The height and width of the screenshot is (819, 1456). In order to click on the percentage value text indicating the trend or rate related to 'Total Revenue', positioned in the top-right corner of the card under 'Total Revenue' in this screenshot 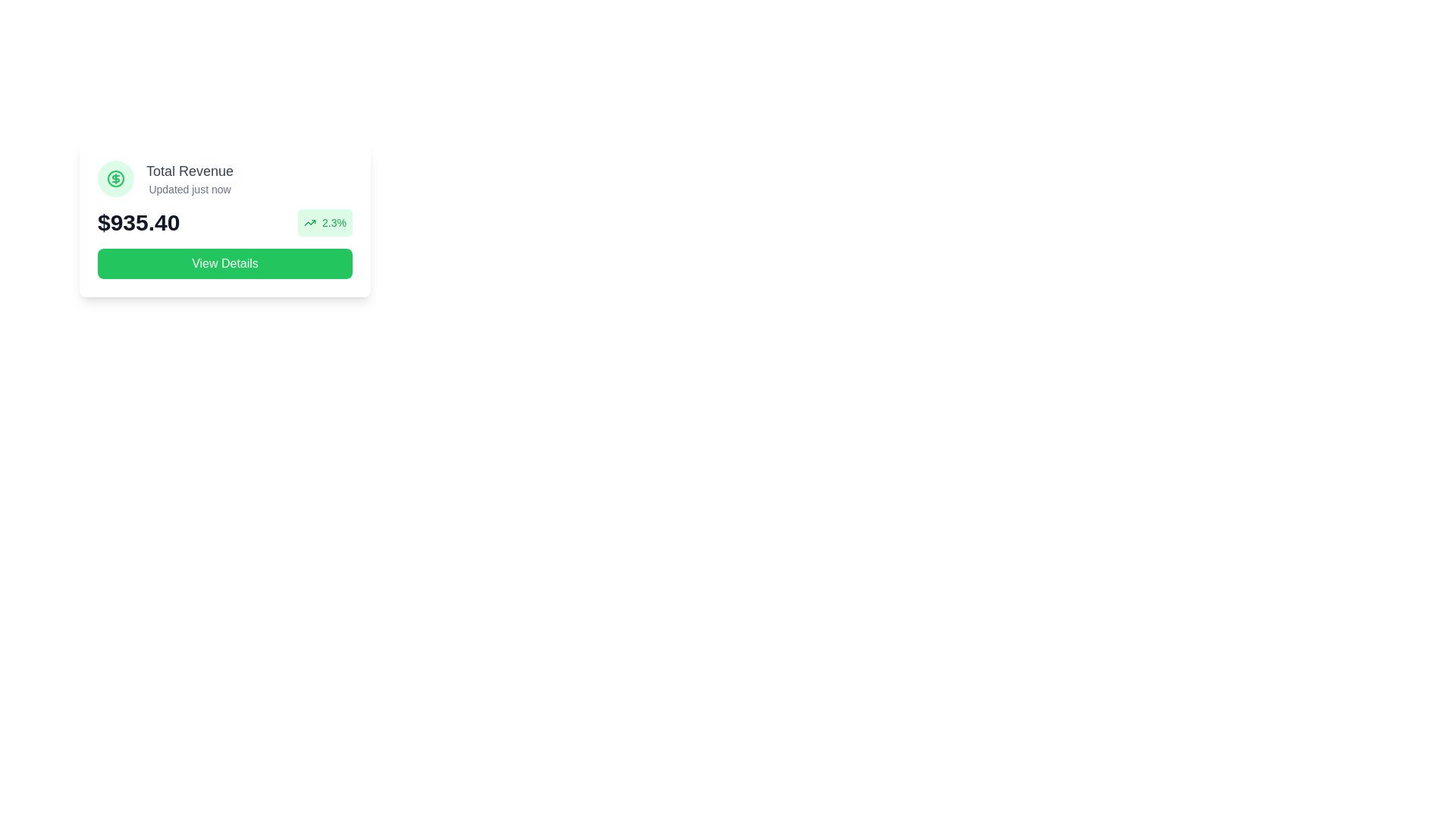, I will do `click(334, 222)`.